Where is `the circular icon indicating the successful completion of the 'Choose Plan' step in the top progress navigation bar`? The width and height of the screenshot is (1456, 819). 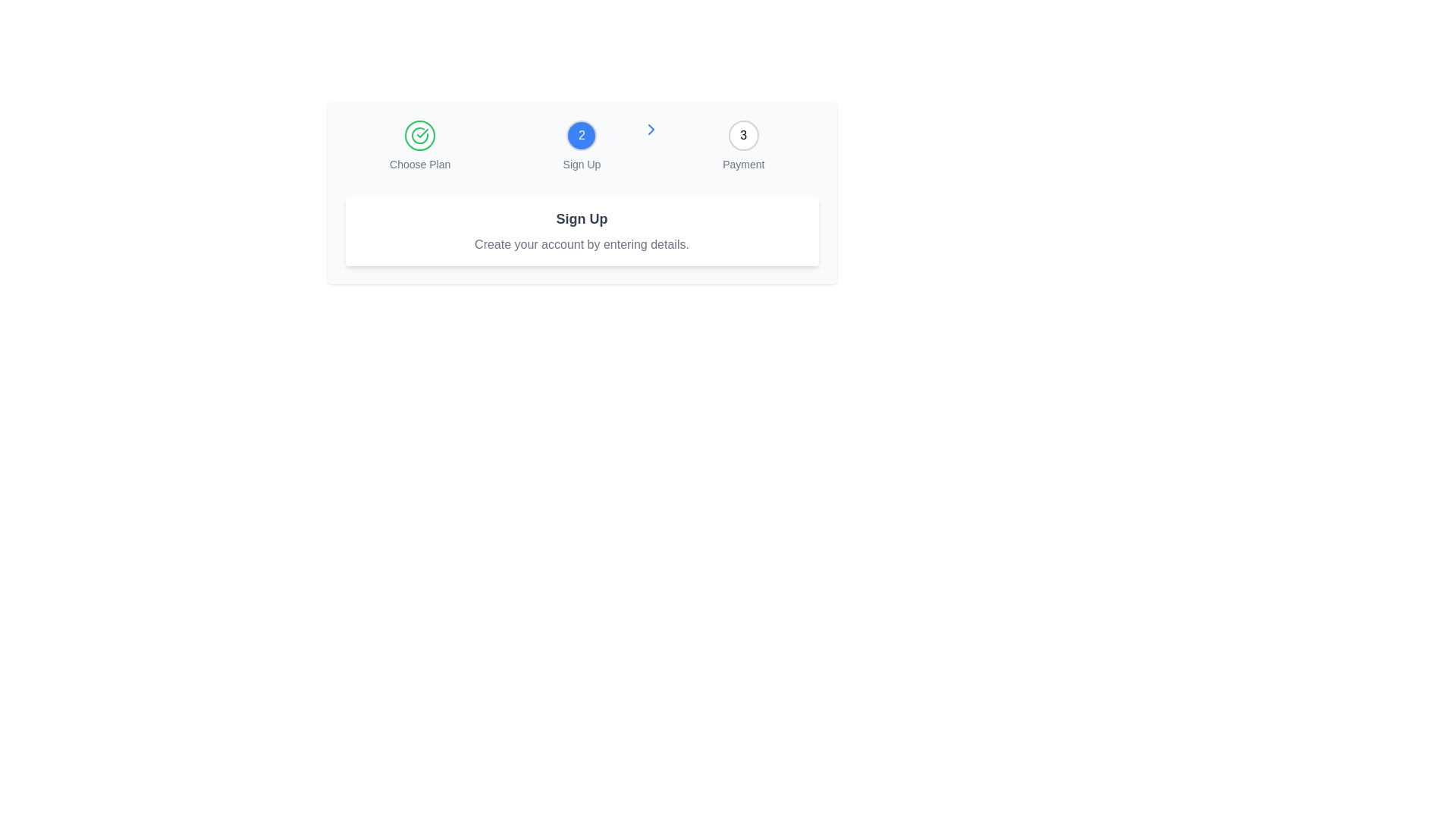 the circular icon indicating the successful completion of the 'Choose Plan' step in the top progress navigation bar is located at coordinates (420, 134).